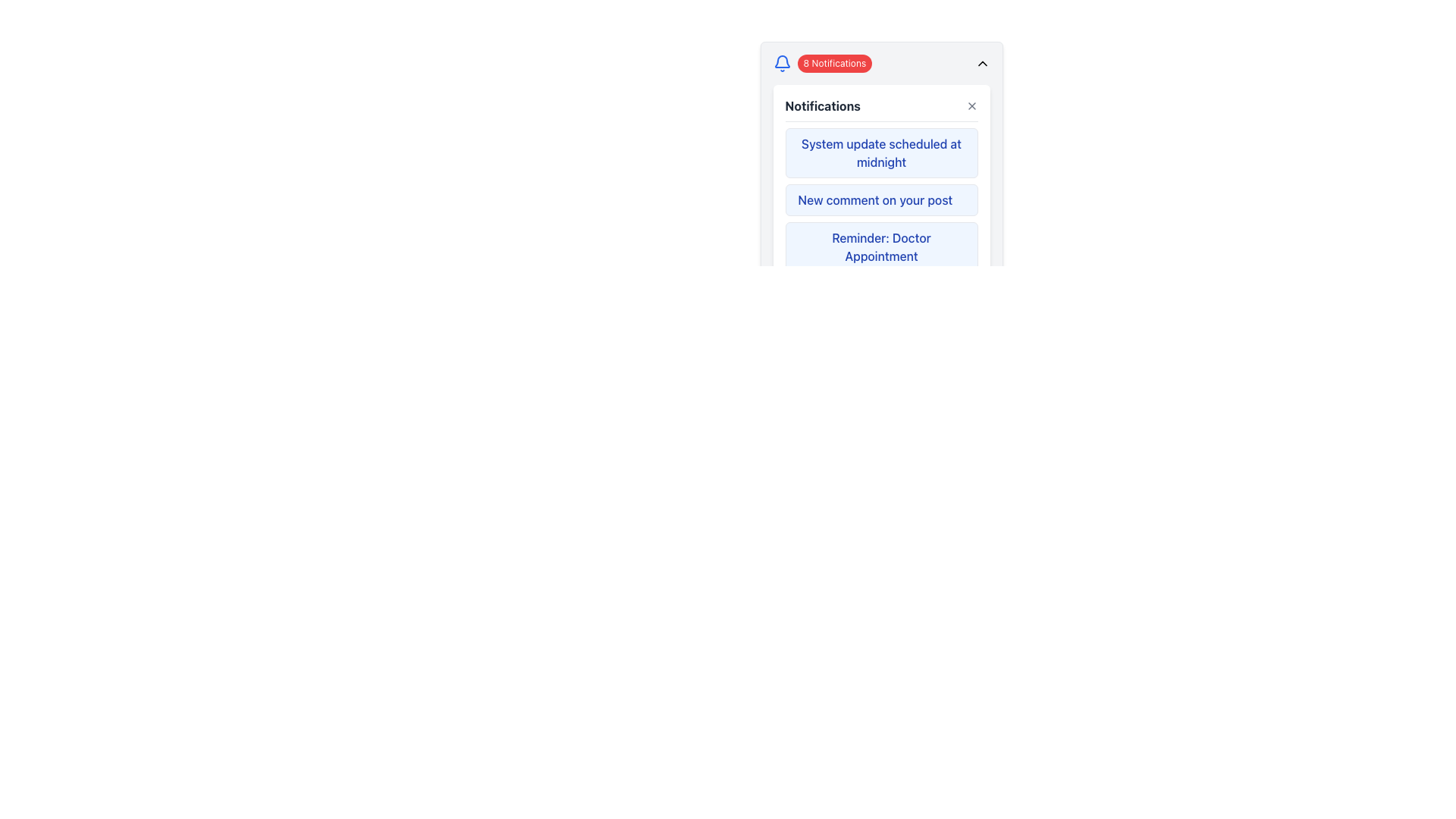 Image resolution: width=1456 pixels, height=819 pixels. Describe the element at coordinates (881, 152) in the screenshot. I see `the notification message indicating an upcoming system update scheduled at midnight` at that location.